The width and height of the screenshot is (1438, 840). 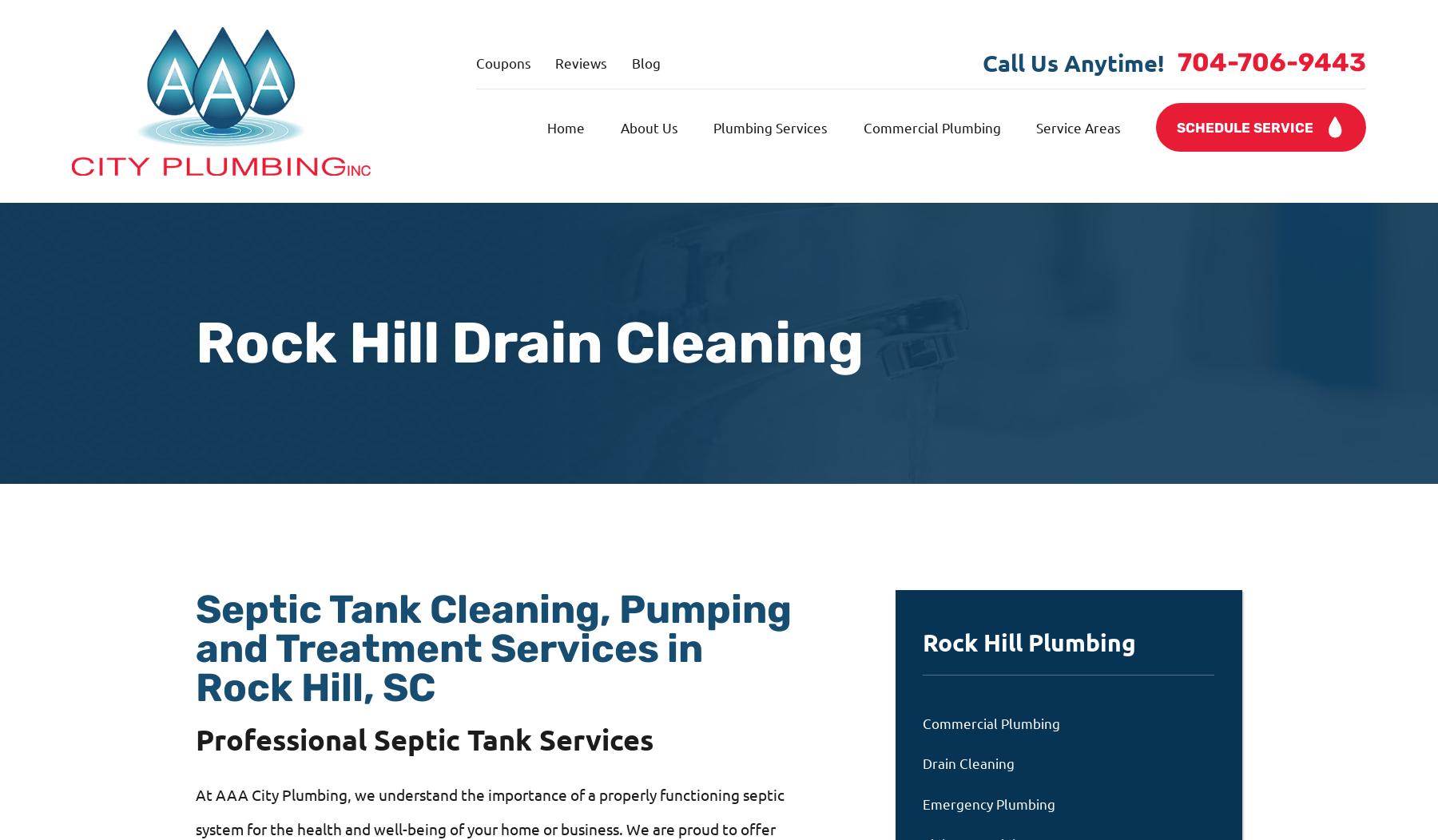 What do you see at coordinates (551, 822) in the screenshot?
I see `'Please enter your last name.'` at bounding box center [551, 822].